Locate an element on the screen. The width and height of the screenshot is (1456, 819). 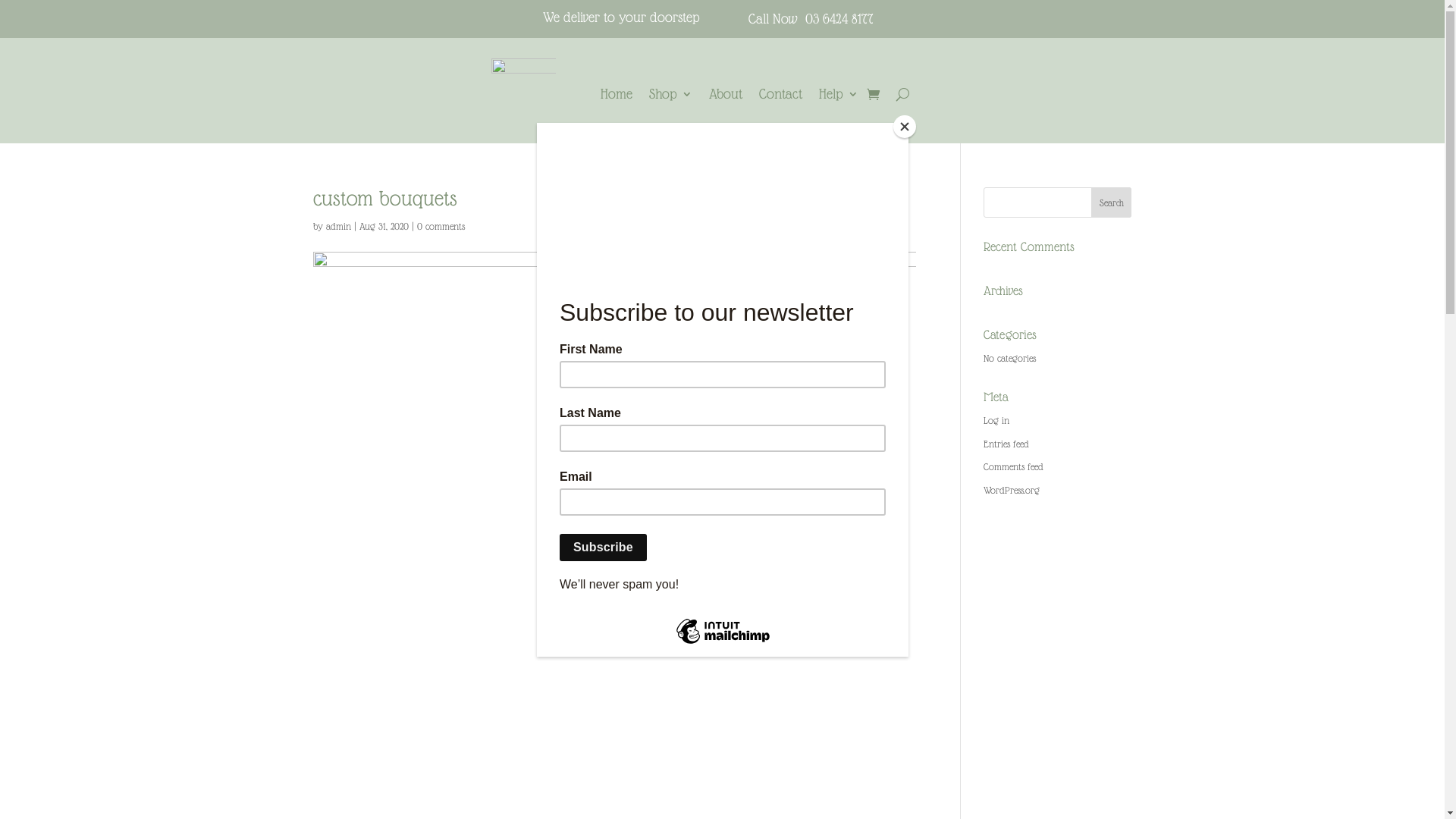
'Search' is located at coordinates (1111, 201).